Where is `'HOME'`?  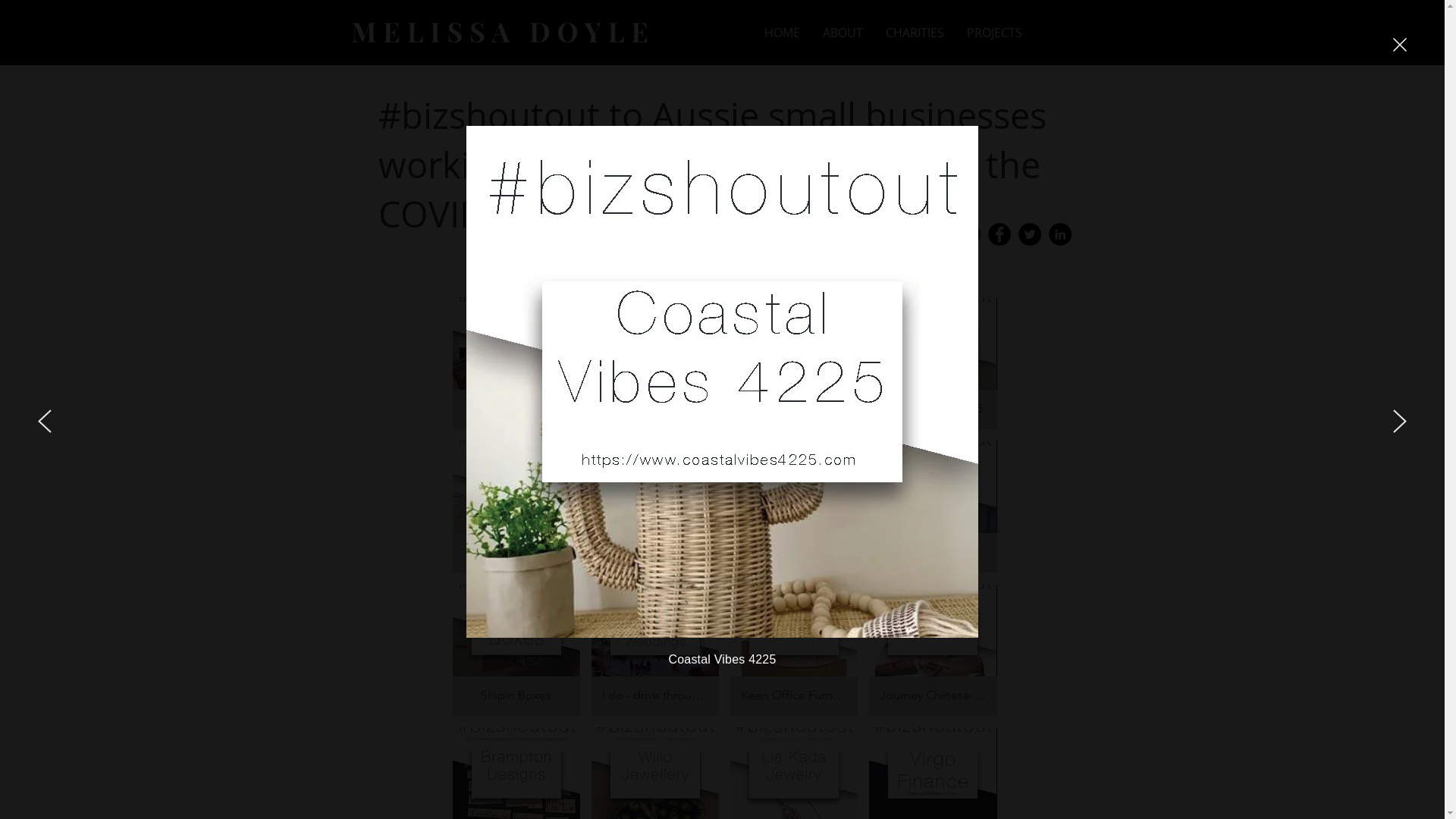
'HOME' is located at coordinates (781, 33).